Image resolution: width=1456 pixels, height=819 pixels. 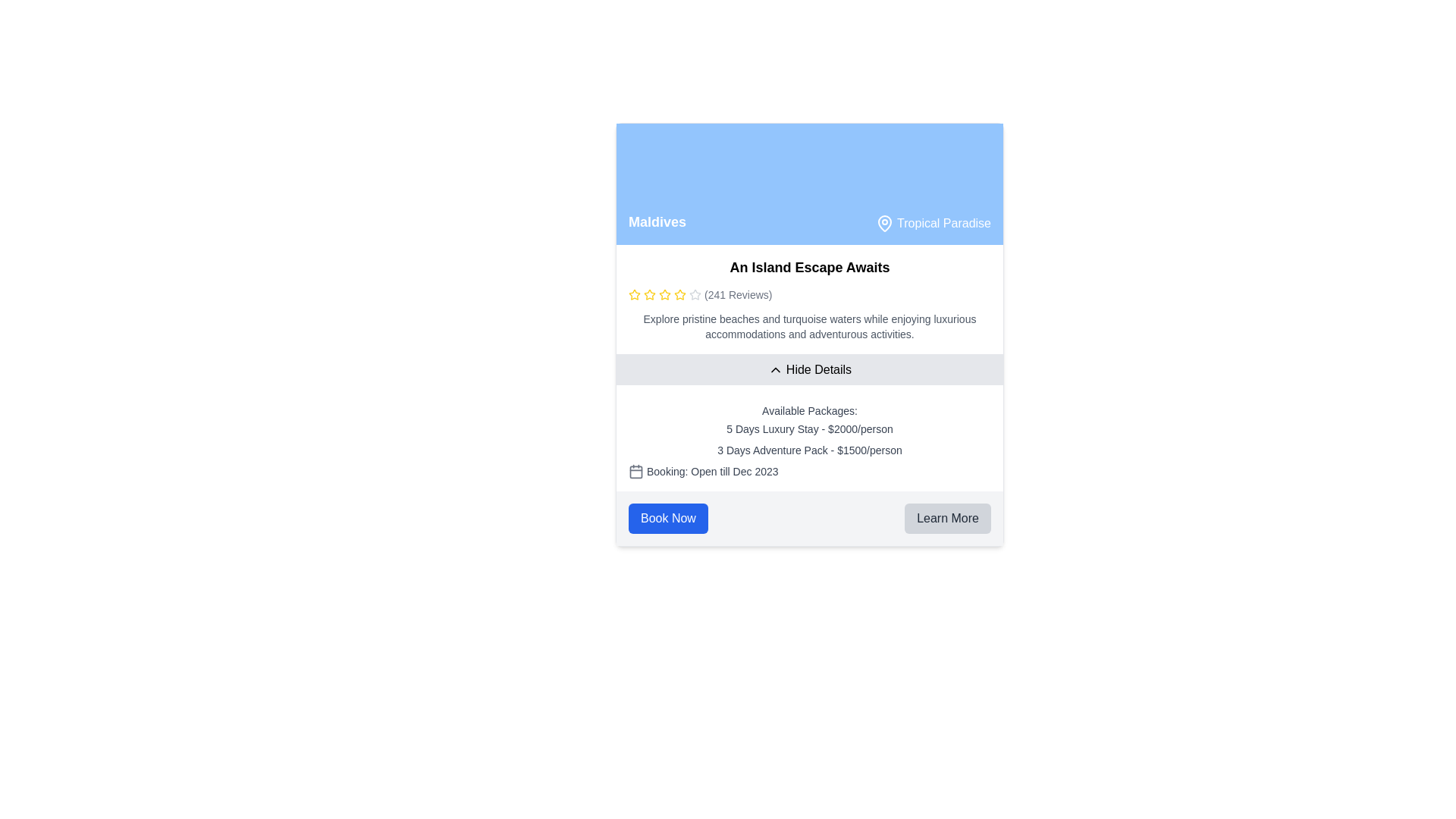 I want to click on the first star icon, which is a five-pointed star with a yellow outline, indicating an active status in the rating system above '(241 Reviews)', so click(x=634, y=295).